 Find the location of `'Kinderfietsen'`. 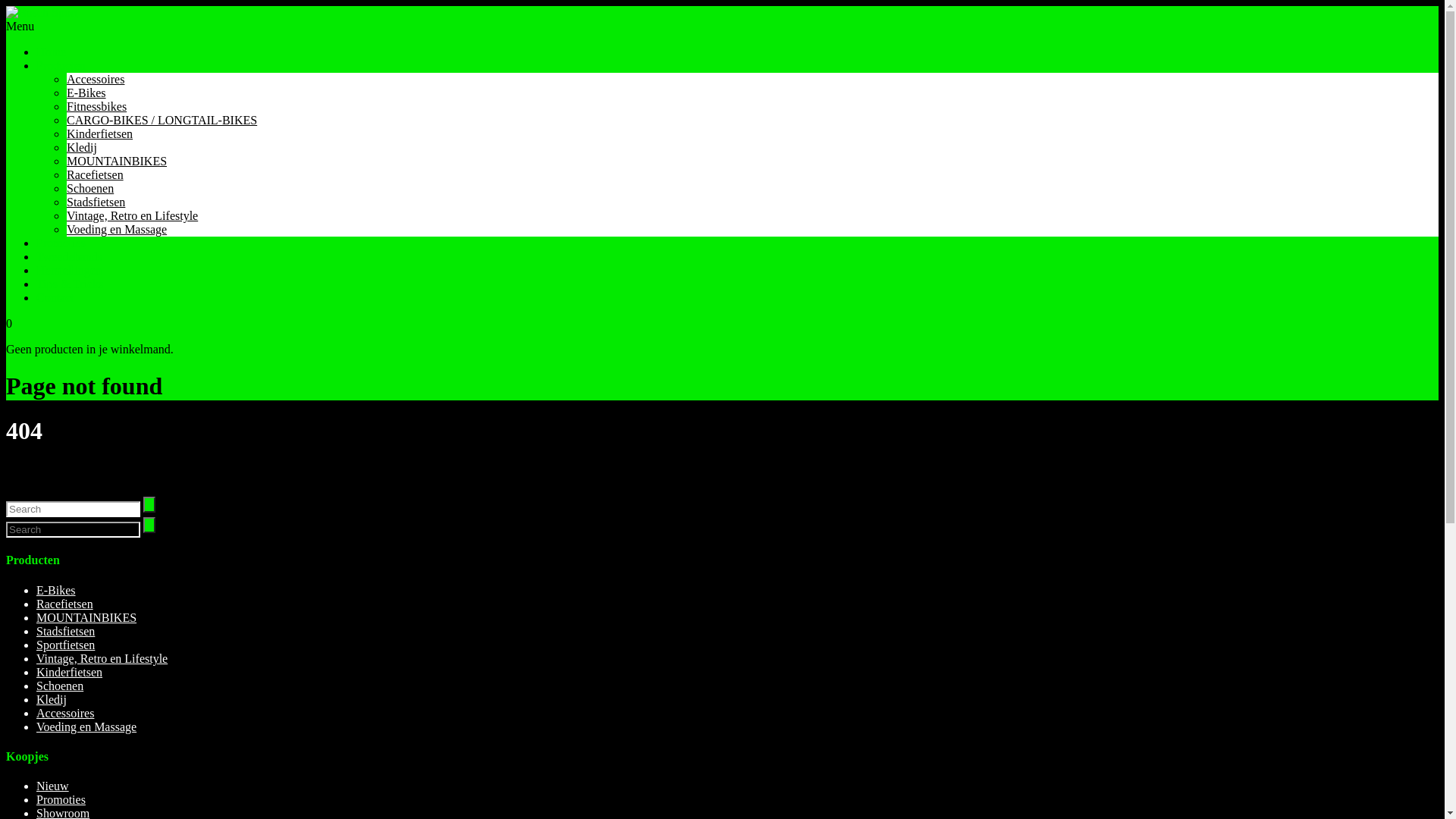

'Kinderfietsen' is located at coordinates (99, 133).